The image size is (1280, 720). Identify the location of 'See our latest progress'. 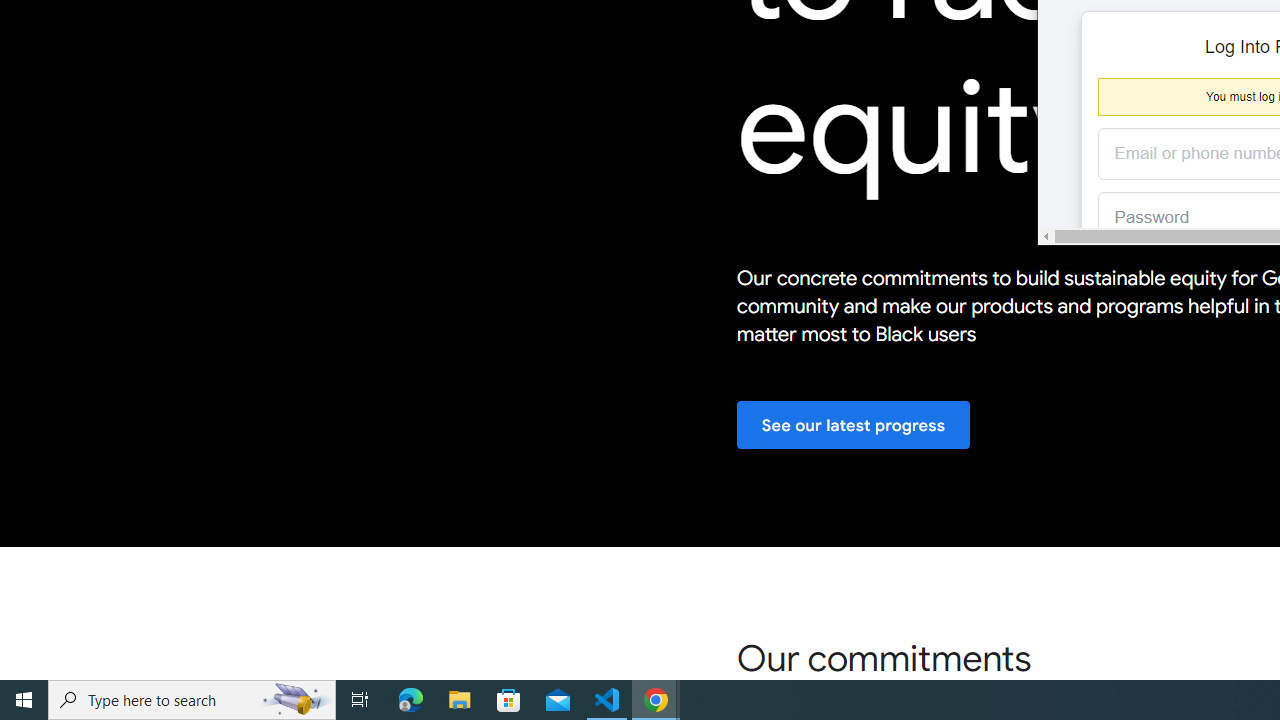
(853, 424).